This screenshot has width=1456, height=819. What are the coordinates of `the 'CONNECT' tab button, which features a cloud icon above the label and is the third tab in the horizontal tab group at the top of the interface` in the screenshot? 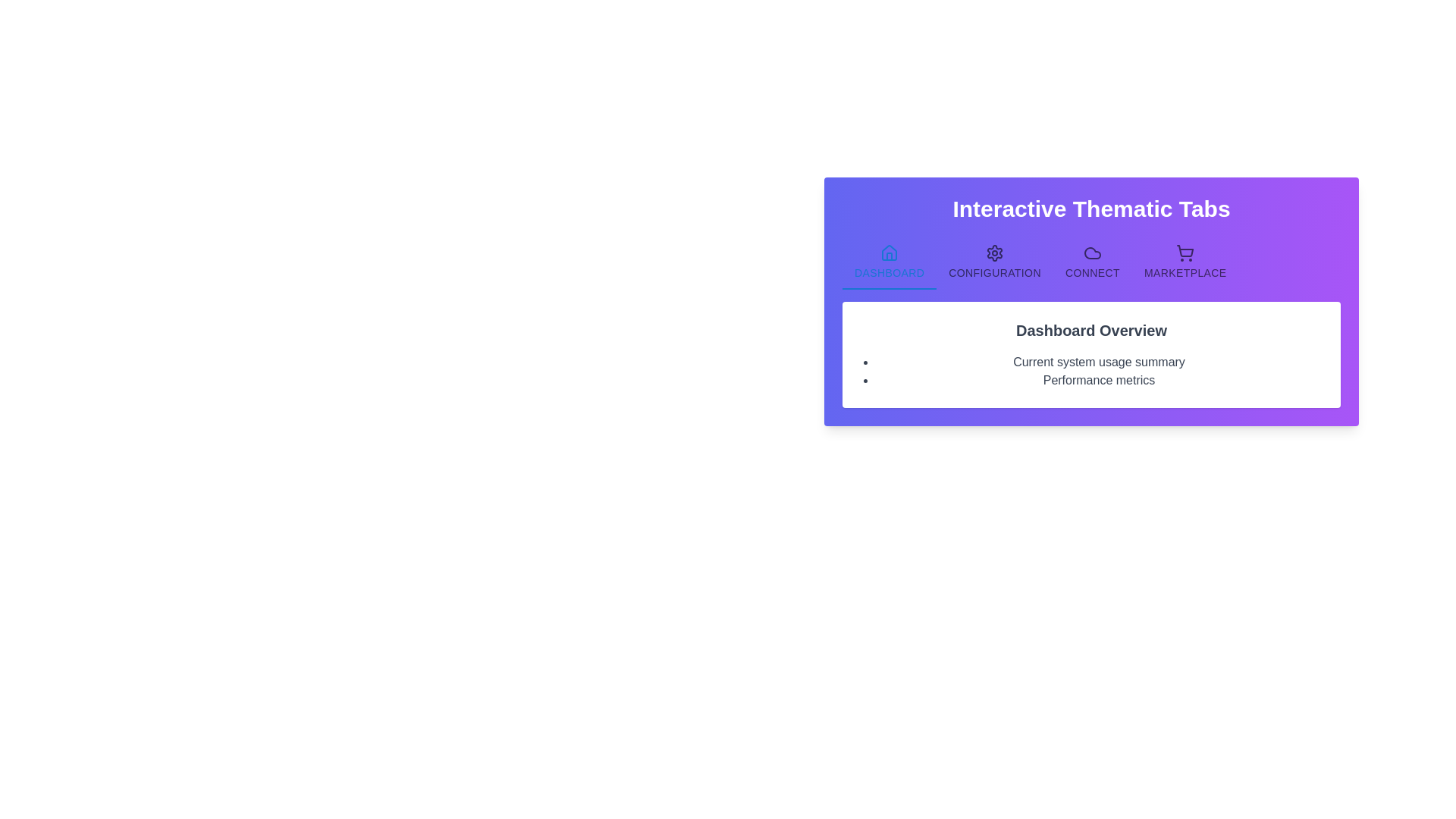 It's located at (1092, 262).